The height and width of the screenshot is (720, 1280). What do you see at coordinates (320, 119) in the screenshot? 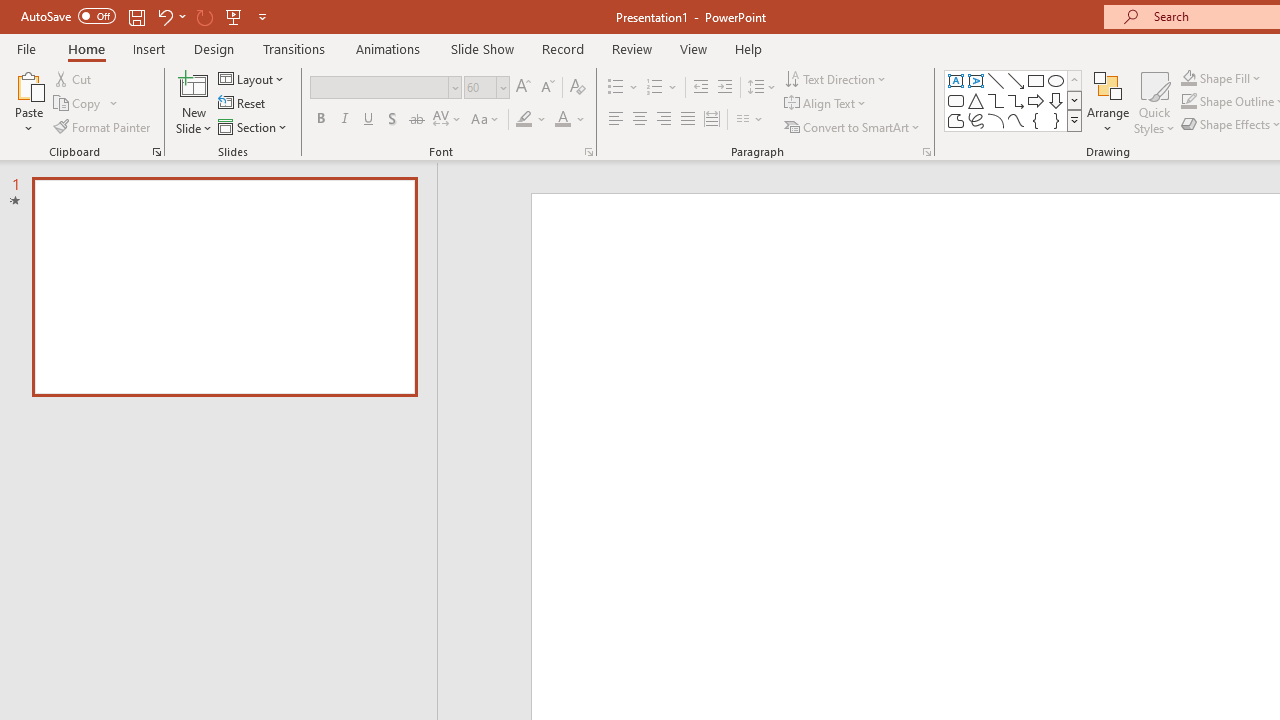
I see `'Bold'` at bounding box center [320, 119].